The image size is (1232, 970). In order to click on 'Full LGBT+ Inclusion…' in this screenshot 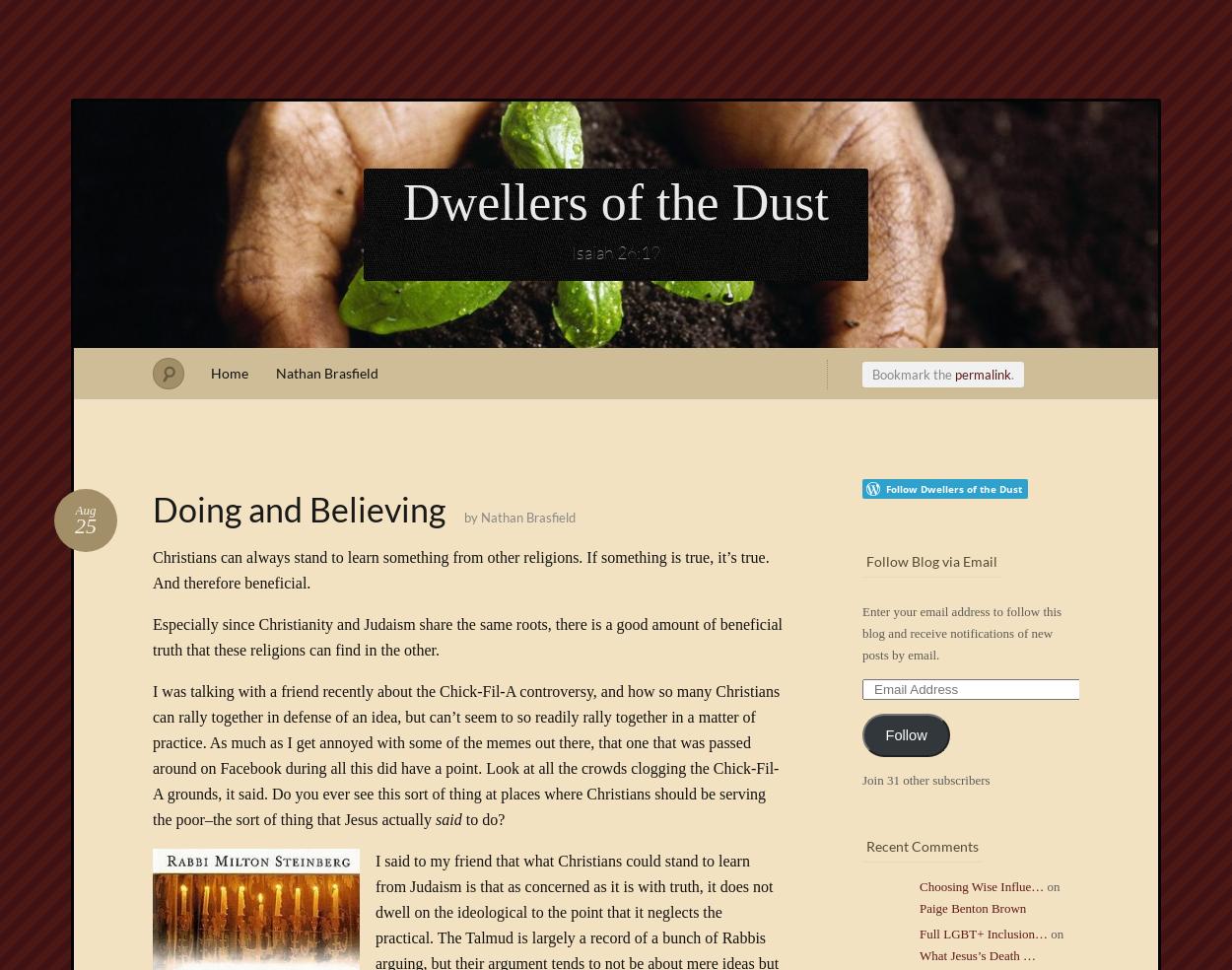, I will do `click(983, 934)`.